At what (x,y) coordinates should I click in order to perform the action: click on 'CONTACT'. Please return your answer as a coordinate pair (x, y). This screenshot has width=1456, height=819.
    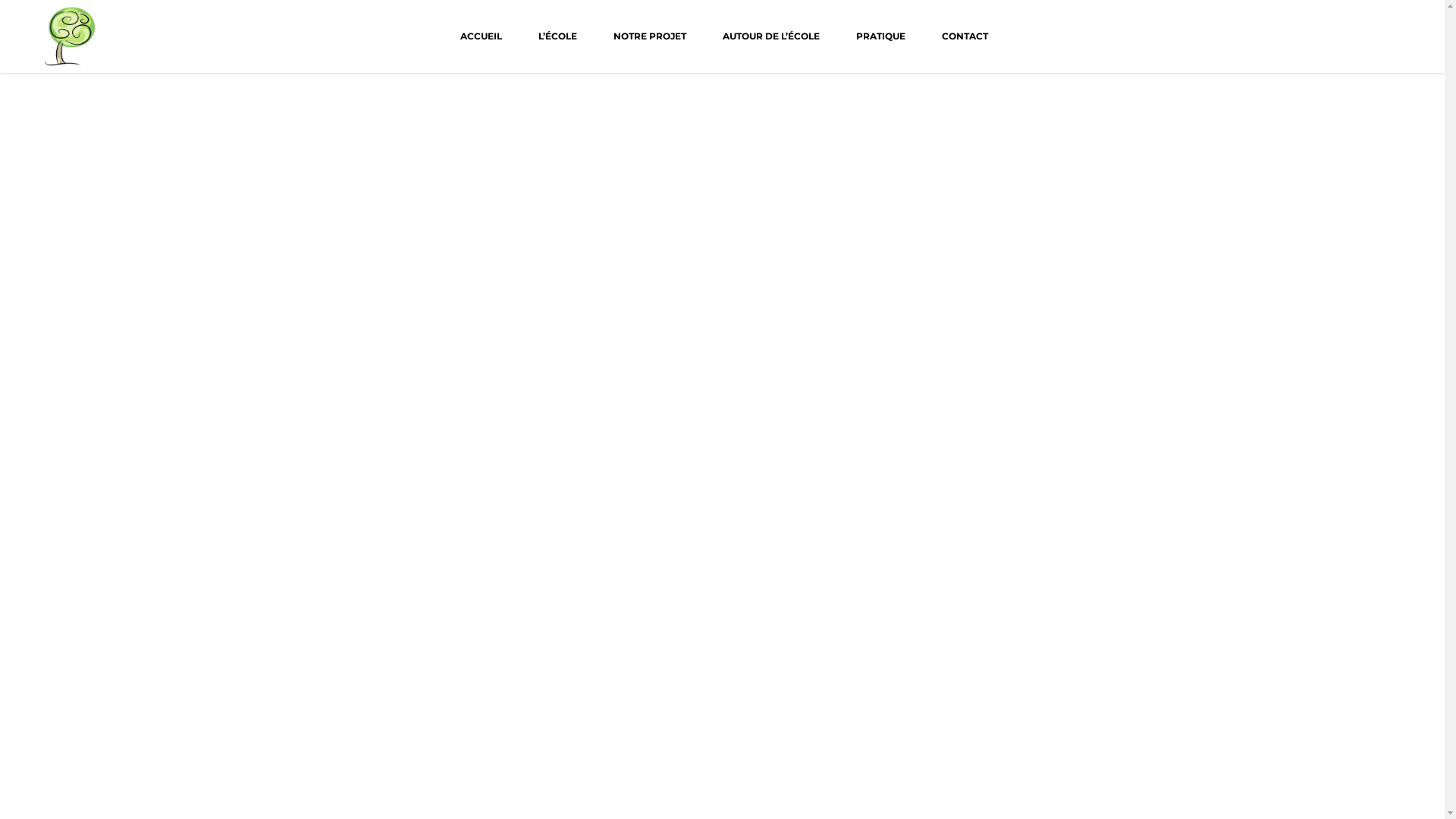
    Looking at the image, I should click on (923, 35).